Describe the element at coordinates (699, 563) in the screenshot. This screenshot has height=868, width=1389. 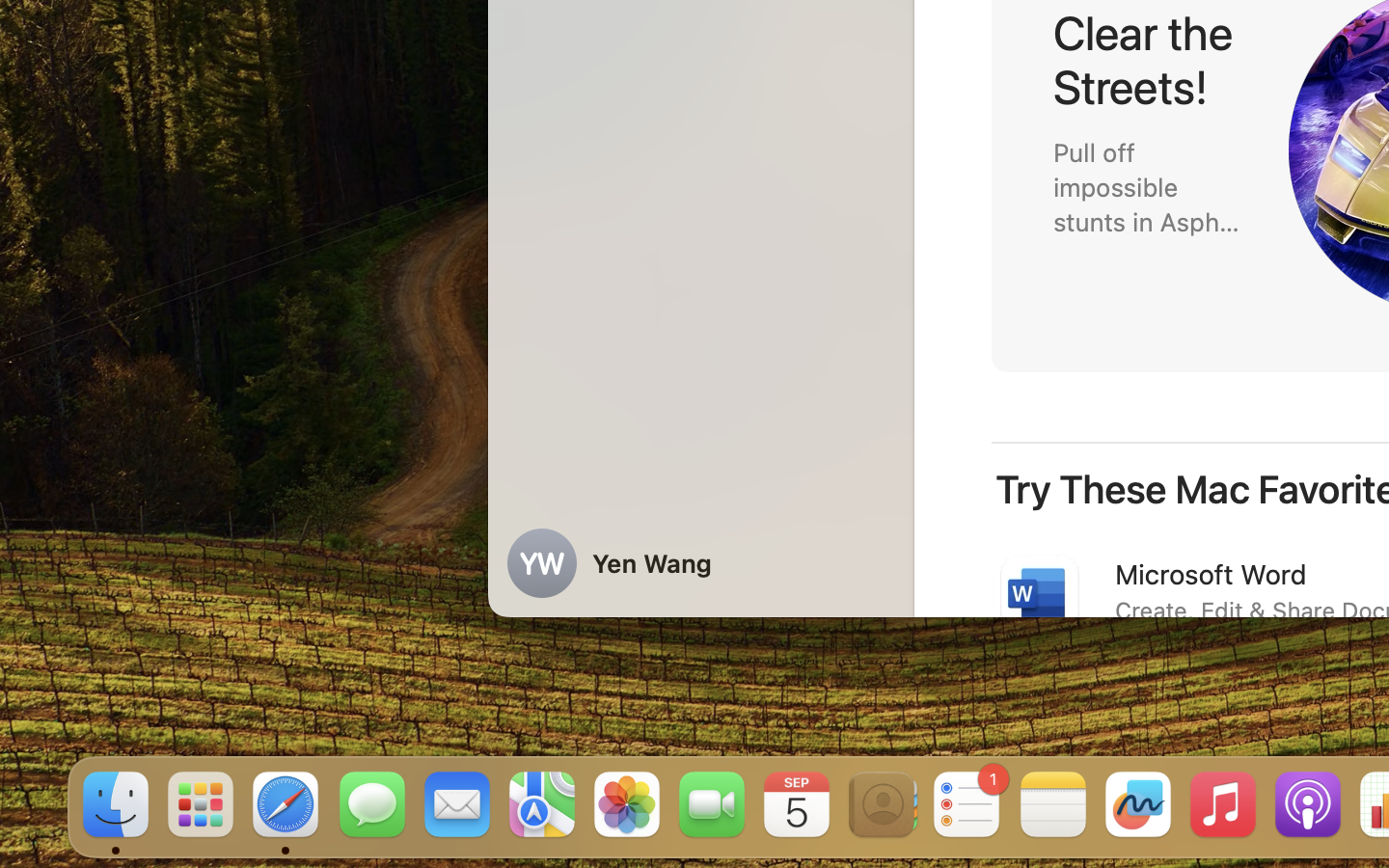
I see `'Yen Wang'` at that location.